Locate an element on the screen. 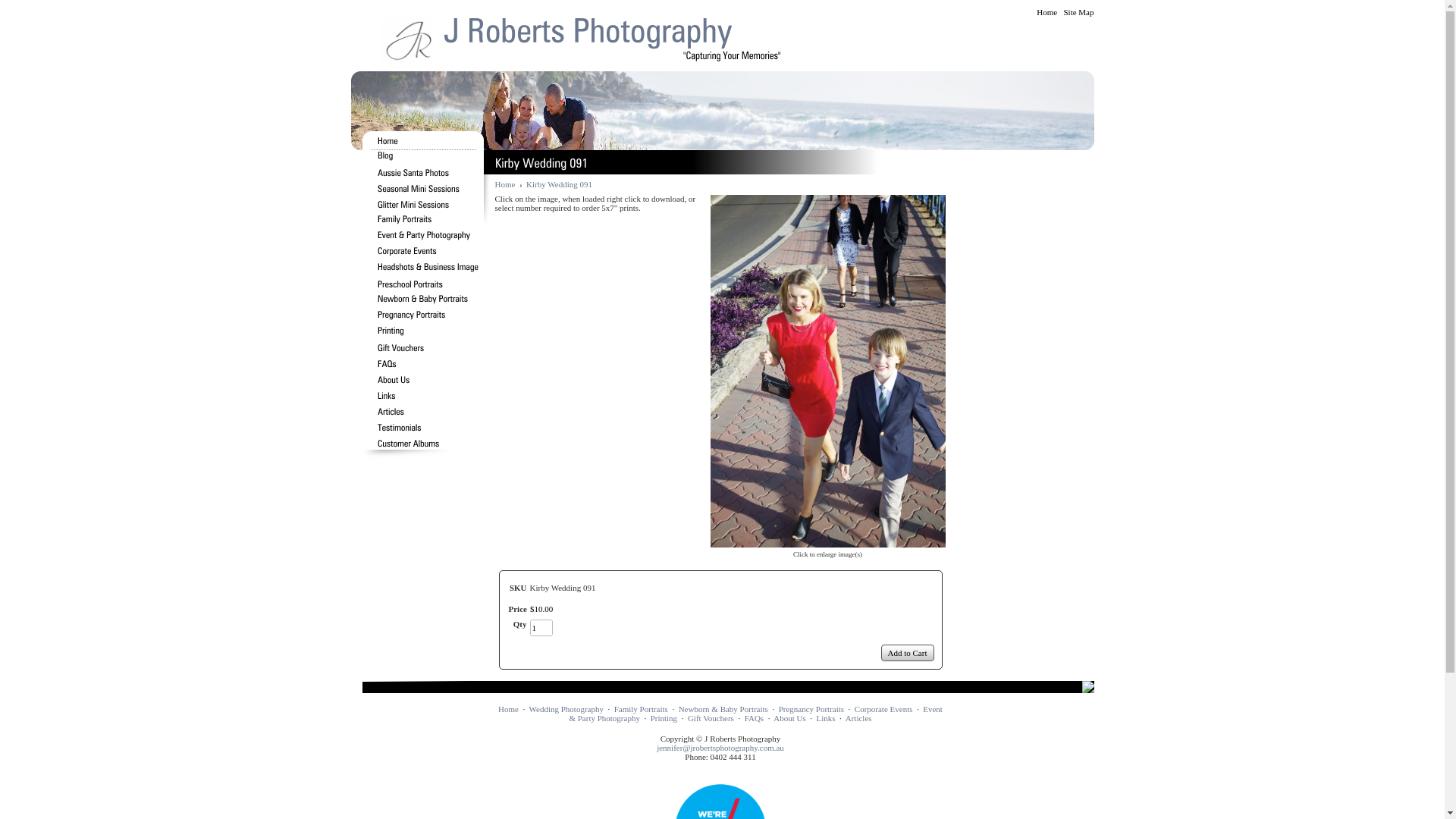 The width and height of the screenshot is (1456, 819). 'Newborn & Baby Portraits' is located at coordinates (677, 708).